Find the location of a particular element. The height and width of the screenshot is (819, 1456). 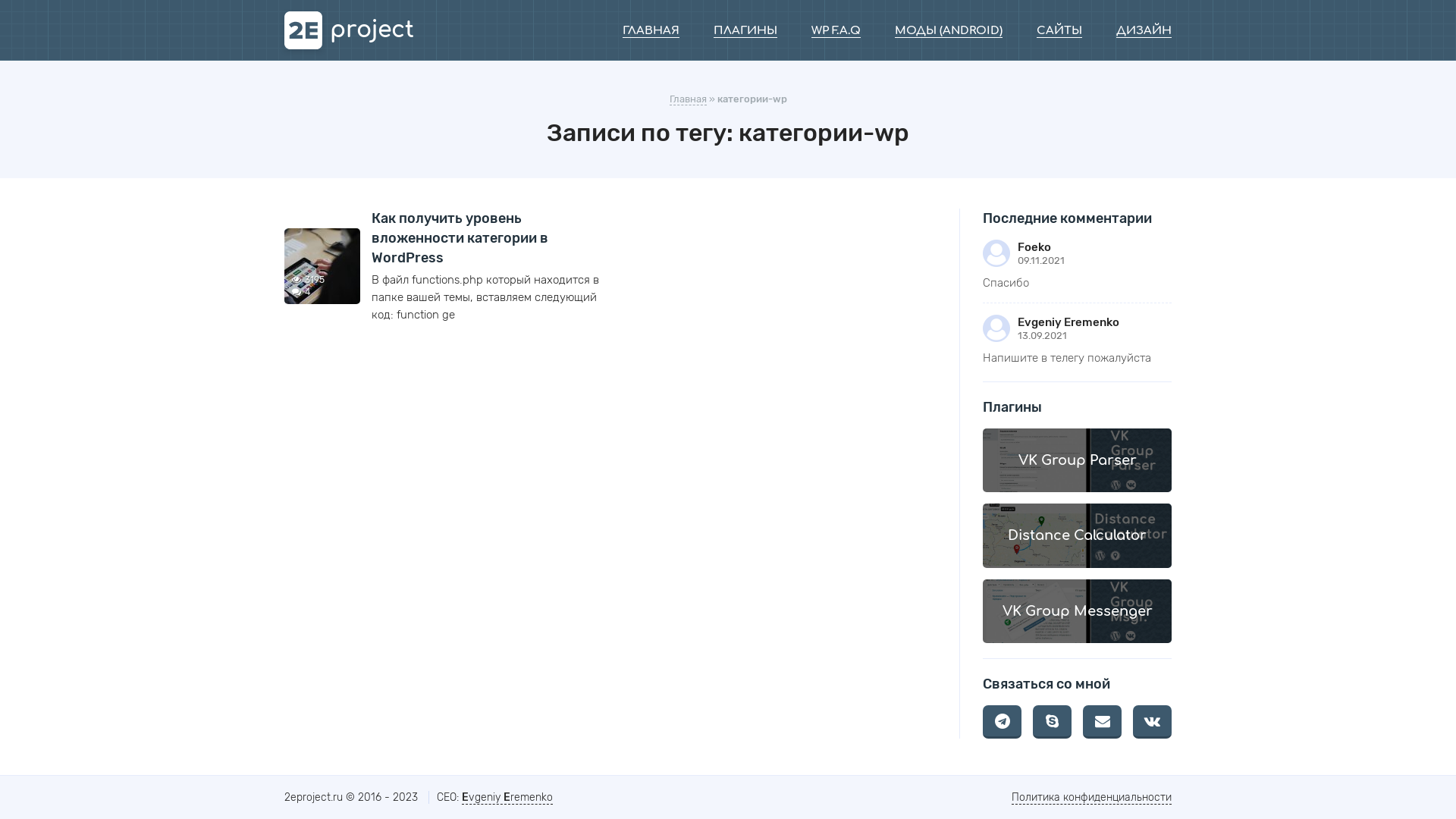

'project' is located at coordinates (348, 30).